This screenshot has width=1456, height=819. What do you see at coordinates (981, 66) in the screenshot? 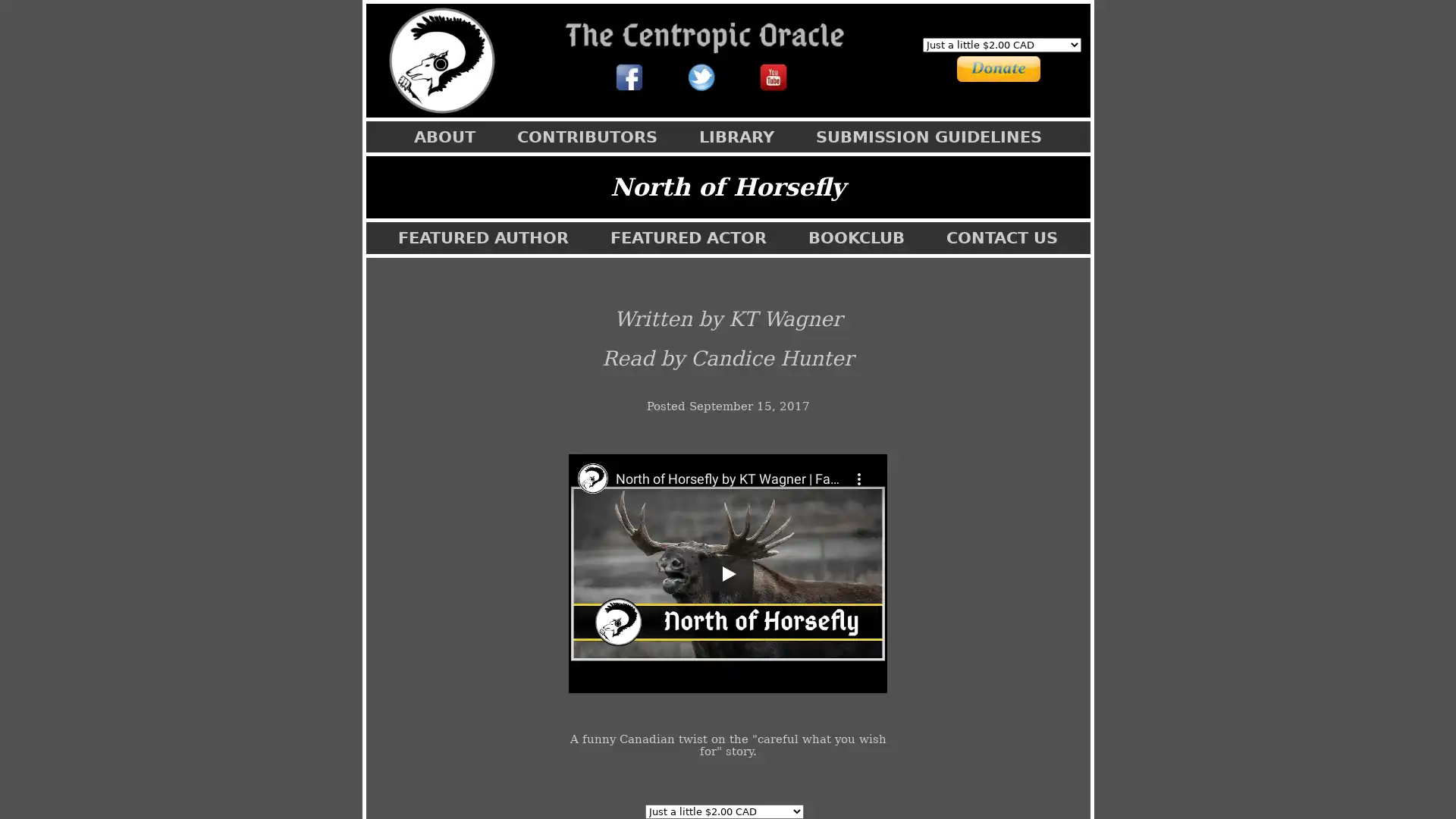
I see `PayPal` at bounding box center [981, 66].